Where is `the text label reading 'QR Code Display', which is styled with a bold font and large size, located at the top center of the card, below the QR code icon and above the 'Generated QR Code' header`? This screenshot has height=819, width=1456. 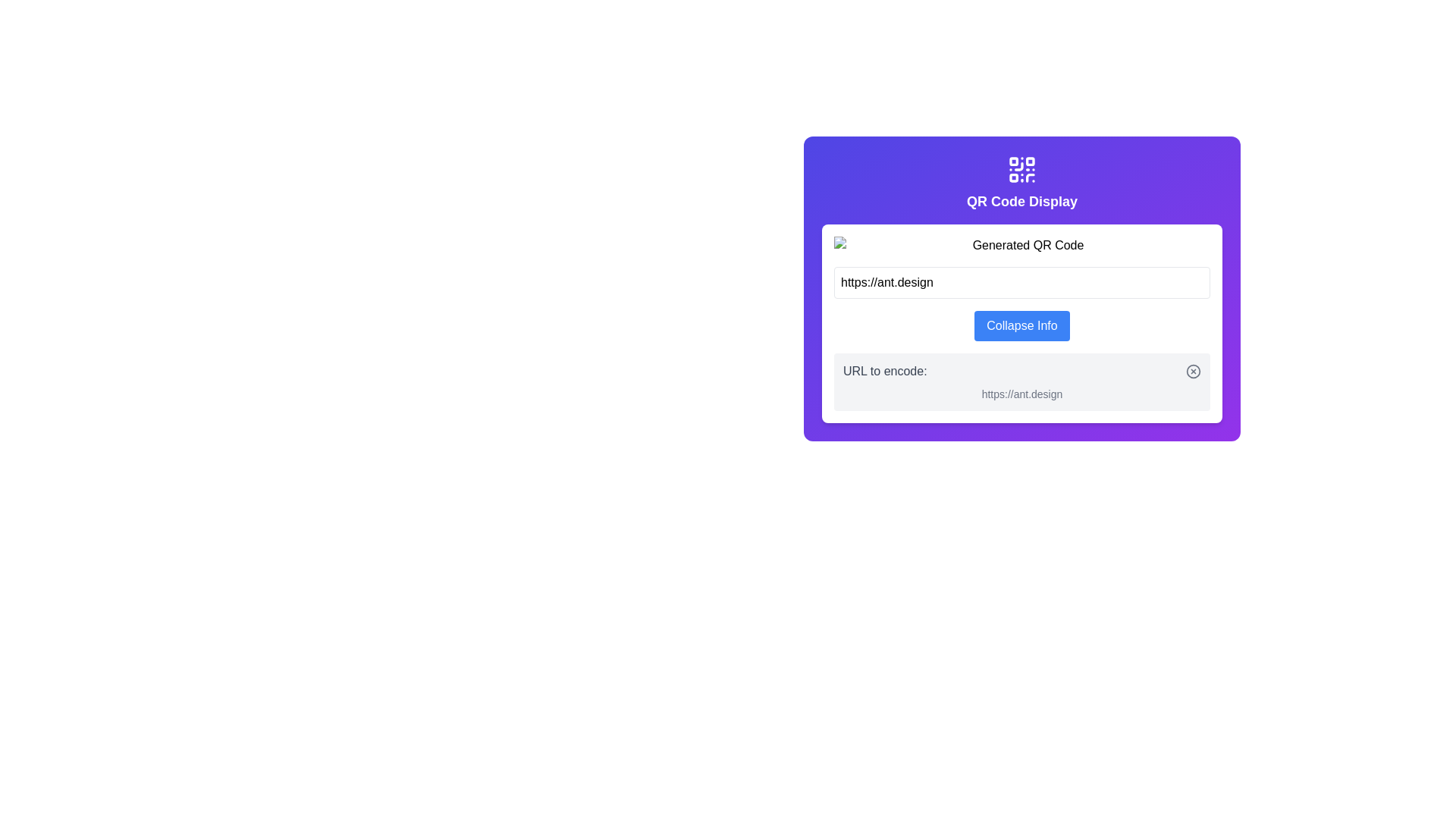 the text label reading 'QR Code Display', which is styled with a bold font and large size, located at the top center of the card, below the QR code icon and above the 'Generated QR Code' header is located at coordinates (1022, 201).